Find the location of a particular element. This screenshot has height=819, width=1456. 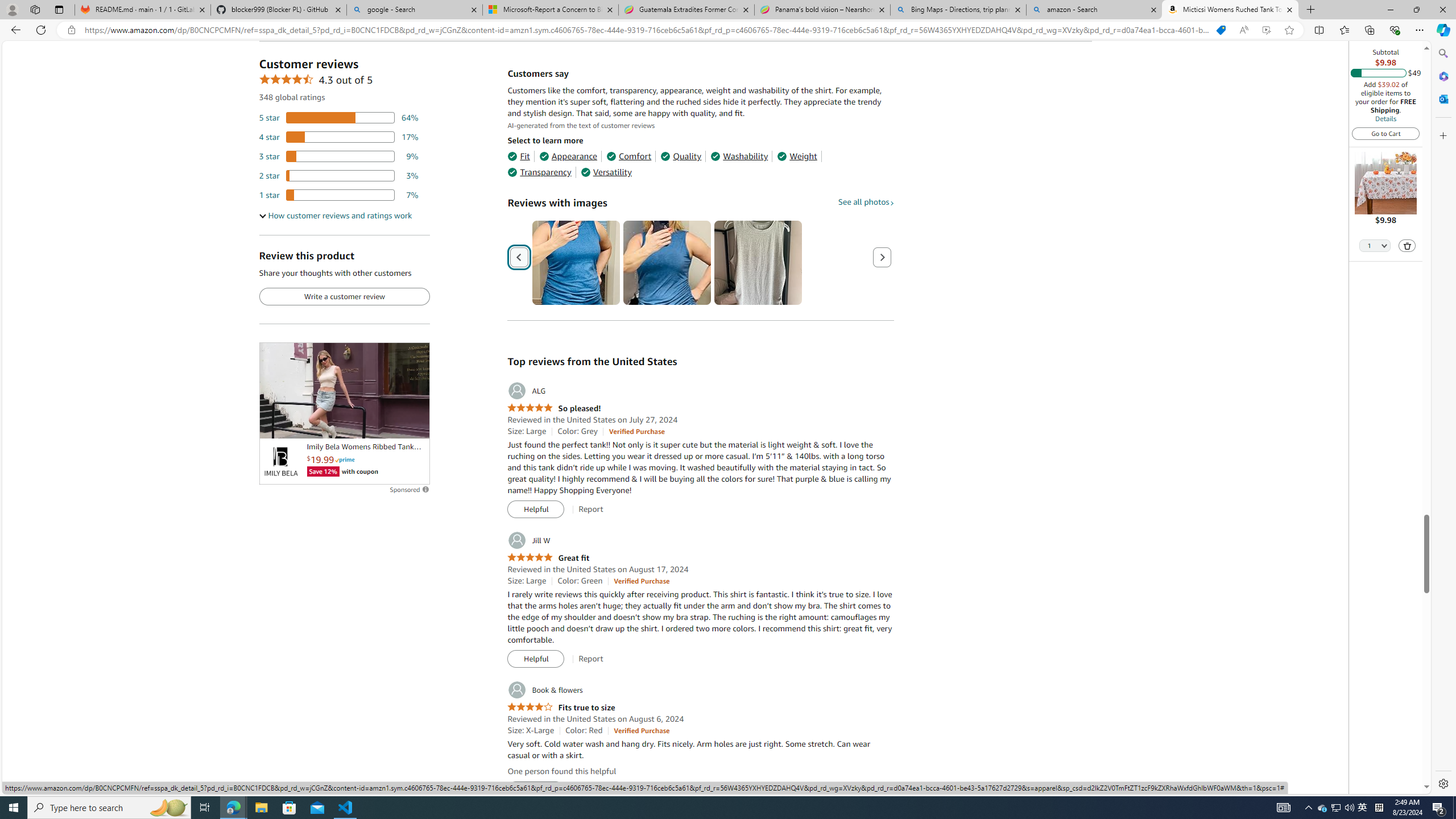

'Write a customer review' is located at coordinates (344, 296).